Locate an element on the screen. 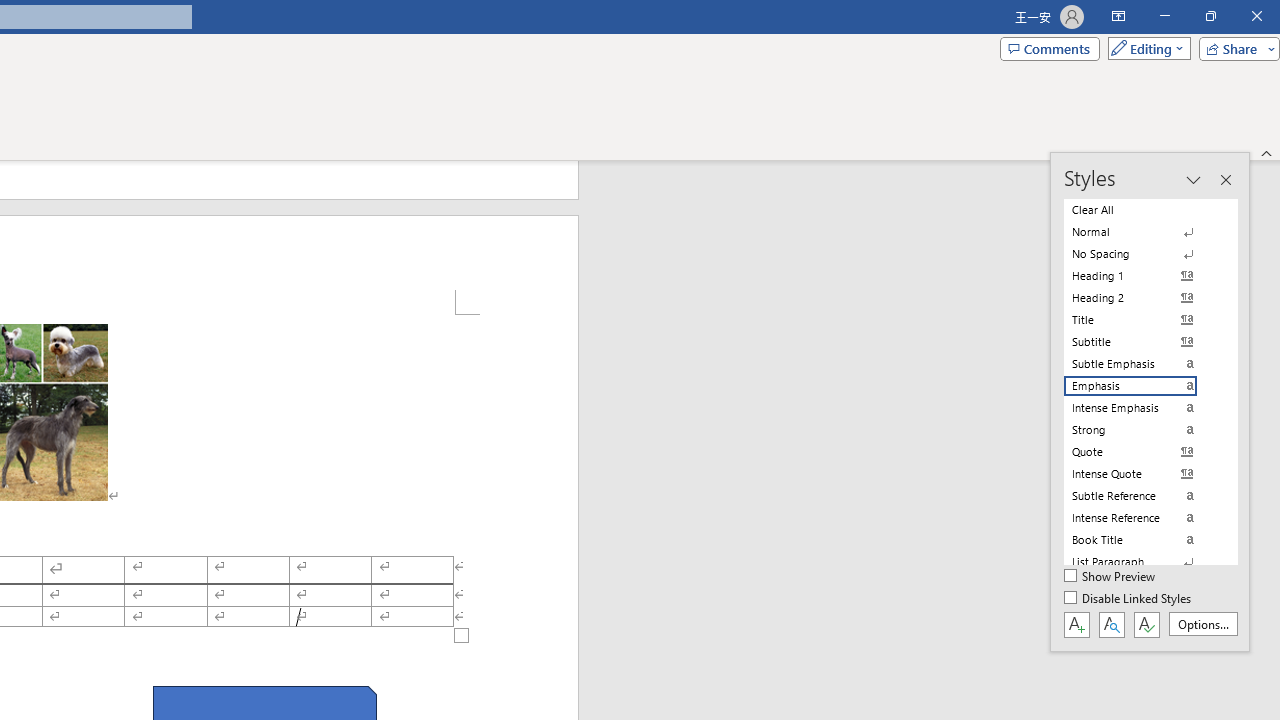 Image resolution: width=1280 pixels, height=720 pixels. 'Clear All' is located at coordinates (1142, 209).